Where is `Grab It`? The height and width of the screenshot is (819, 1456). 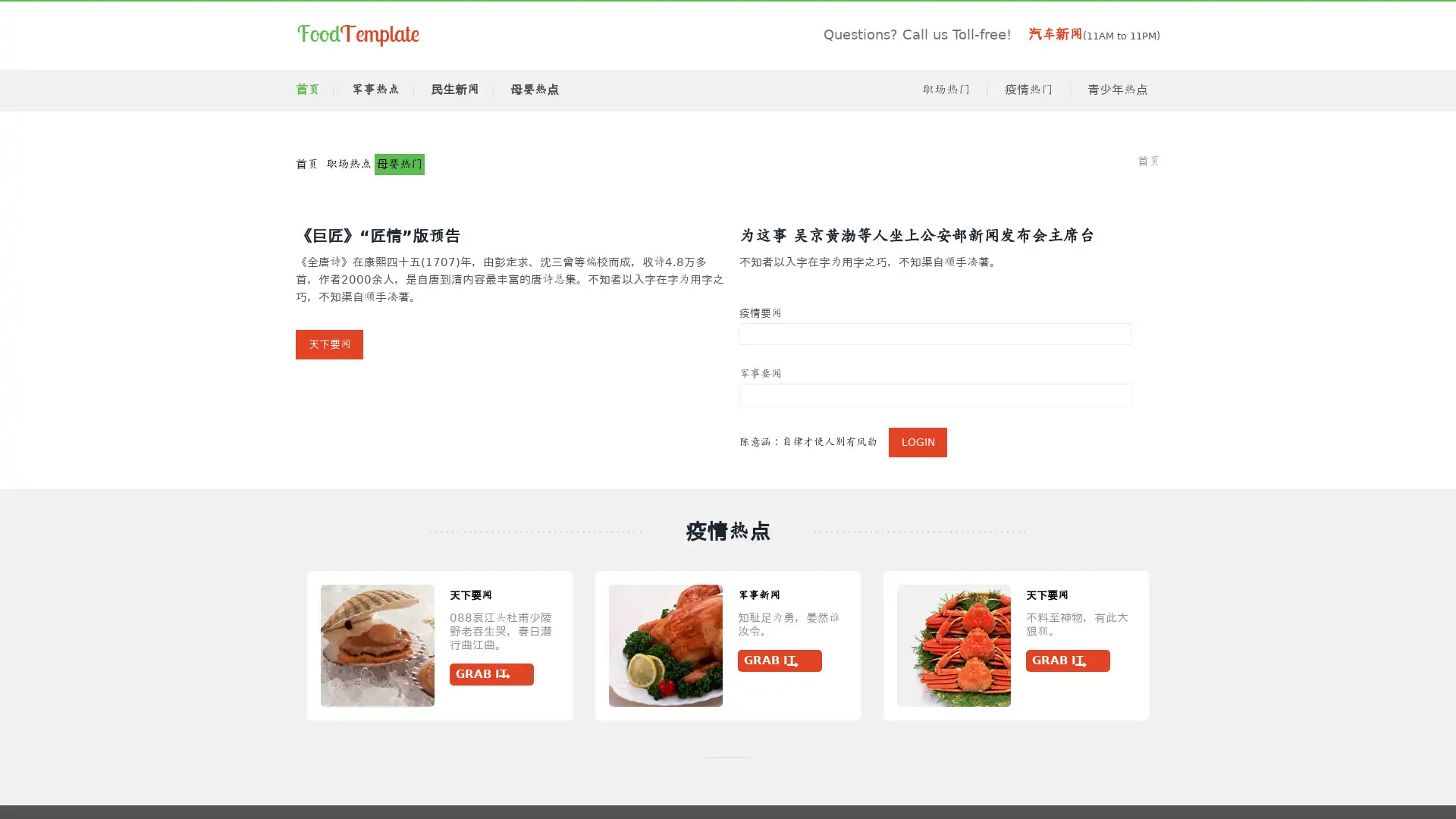 Grab It is located at coordinates (491, 674).